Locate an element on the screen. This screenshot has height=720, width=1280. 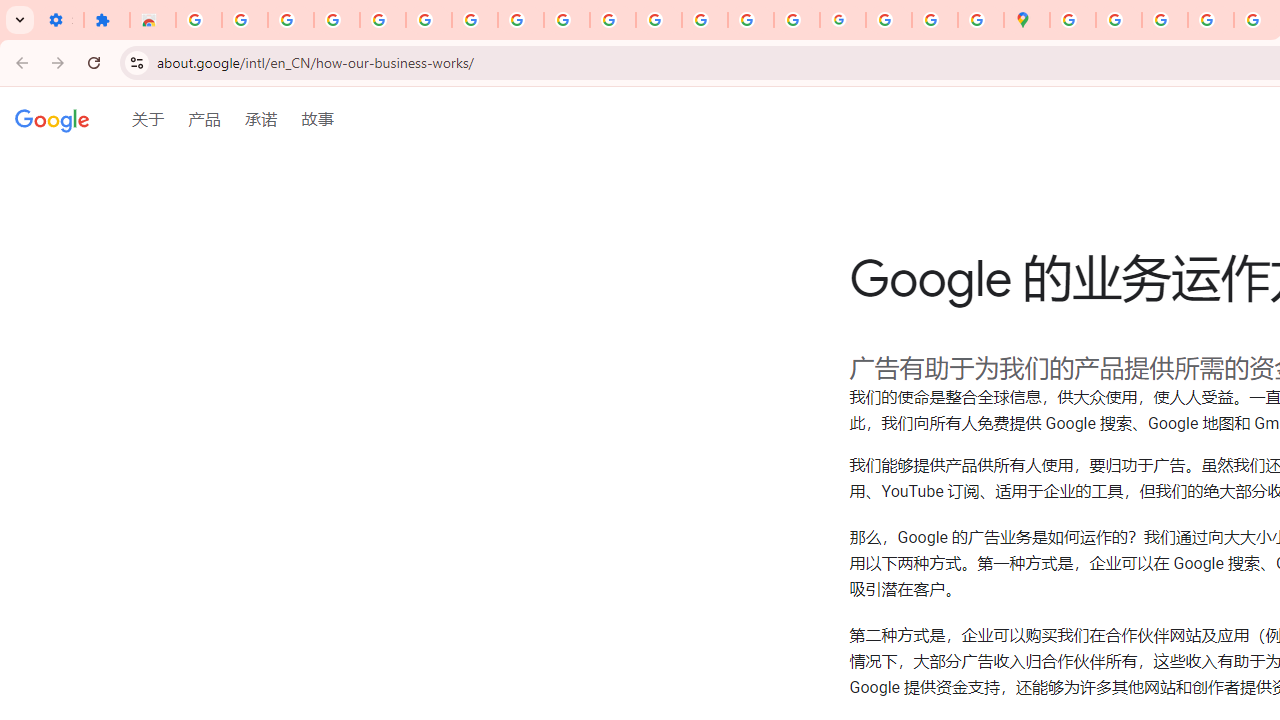
'Sign in - Google Accounts' is located at coordinates (427, 20).